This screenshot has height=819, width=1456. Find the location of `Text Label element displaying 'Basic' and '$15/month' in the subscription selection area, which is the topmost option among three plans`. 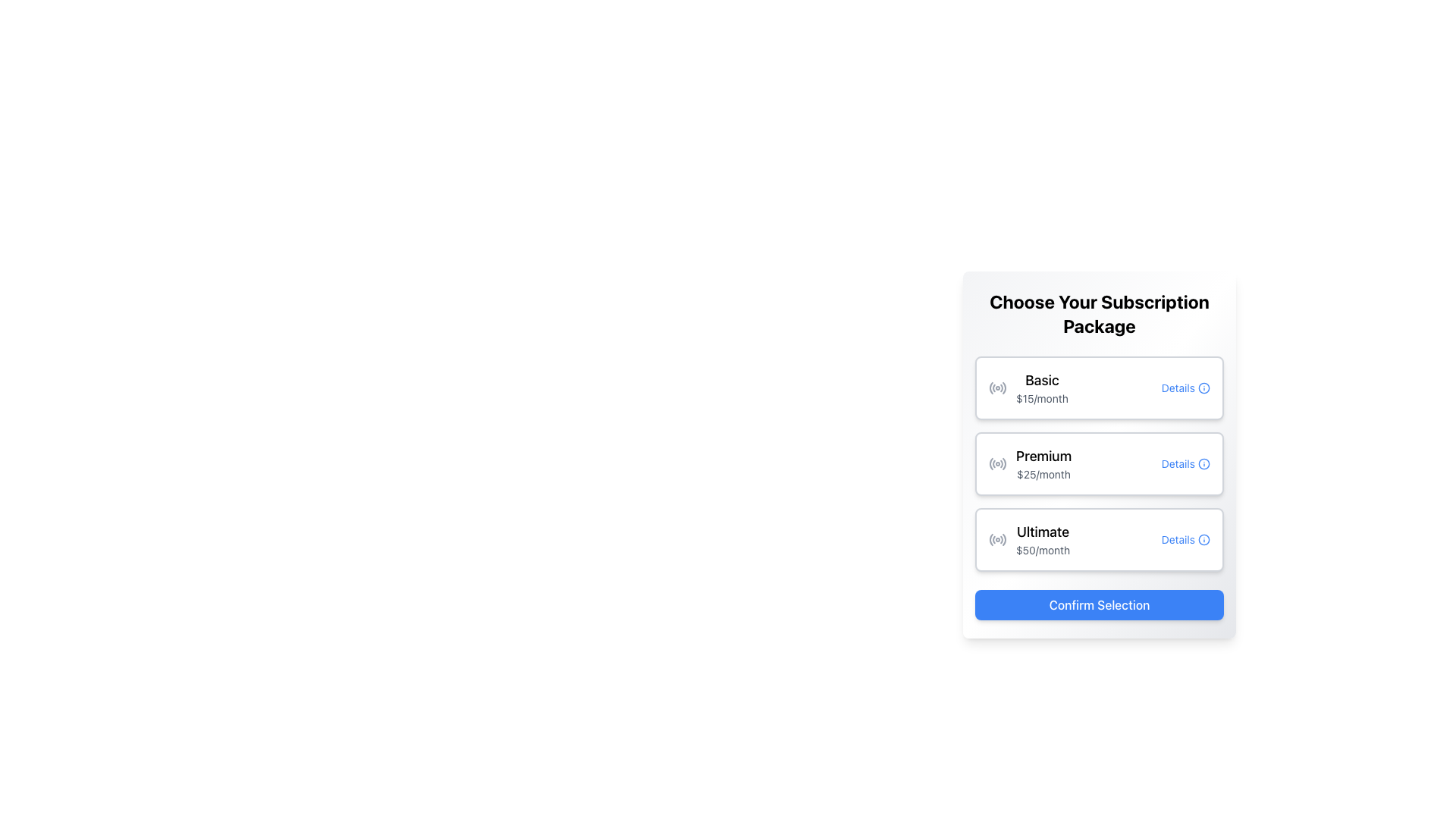

Text Label element displaying 'Basic' and '$15/month' in the subscription selection area, which is the topmost option among three plans is located at coordinates (1041, 388).